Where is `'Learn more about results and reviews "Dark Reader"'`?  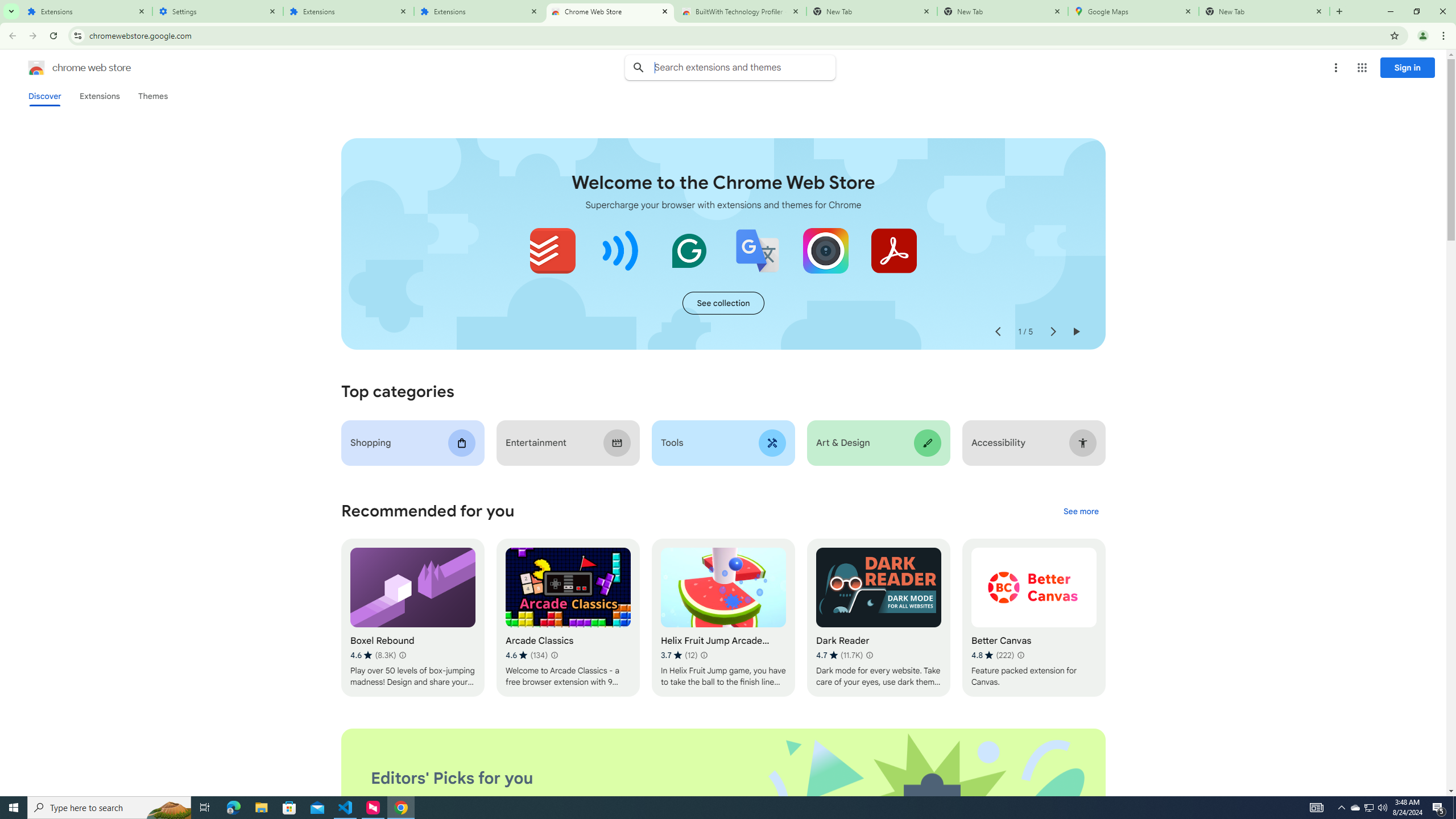
'Learn more about results and reviews "Dark Reader"' is located at coordinates (869, 655).